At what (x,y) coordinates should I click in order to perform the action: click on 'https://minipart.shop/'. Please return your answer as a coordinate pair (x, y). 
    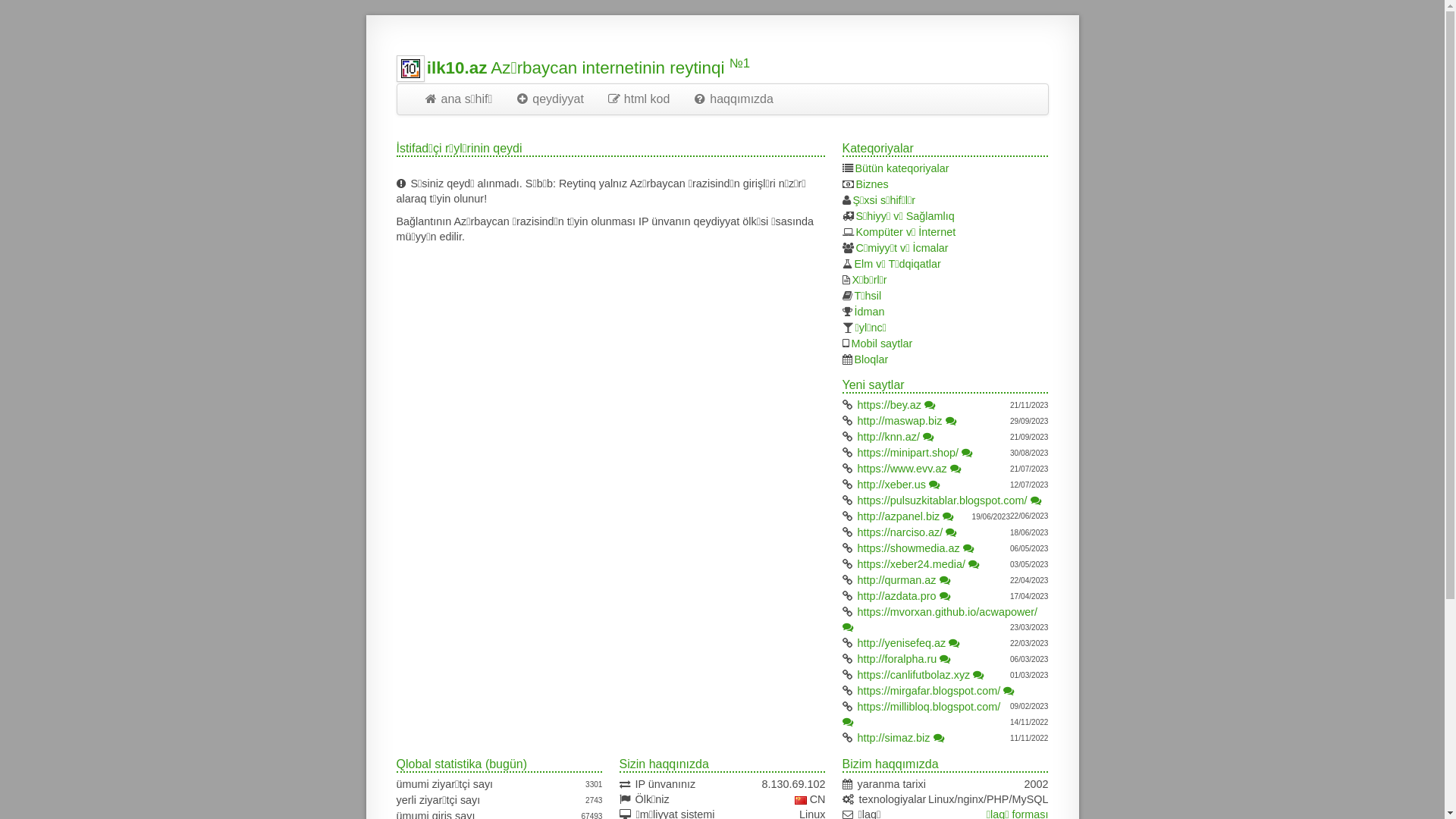
    Looking at the image, I should click on (908, 452).